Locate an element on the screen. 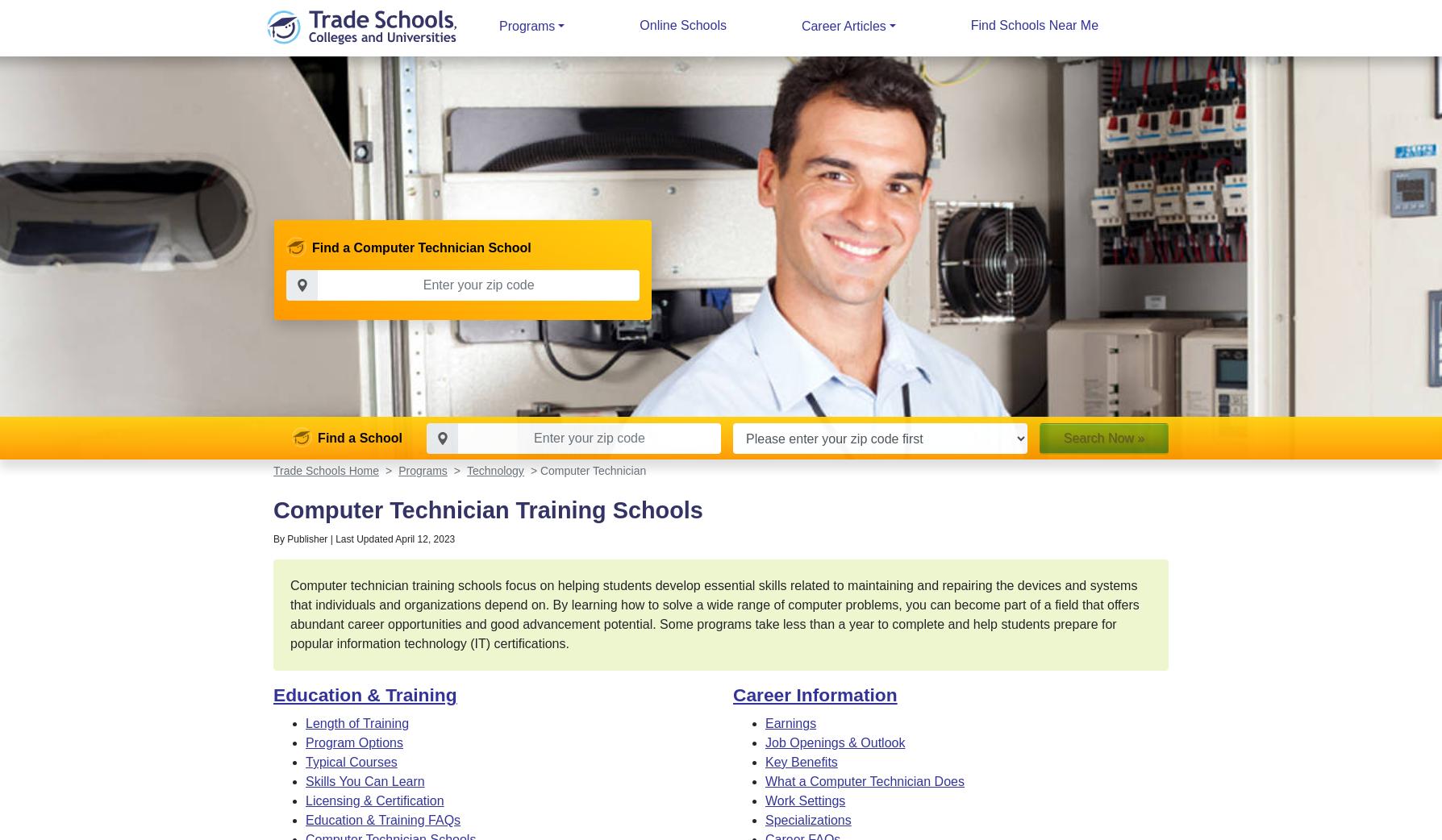 This screenshot has height=840, width=1442. 'Typical Courses' is located at coordinates (350, 761).